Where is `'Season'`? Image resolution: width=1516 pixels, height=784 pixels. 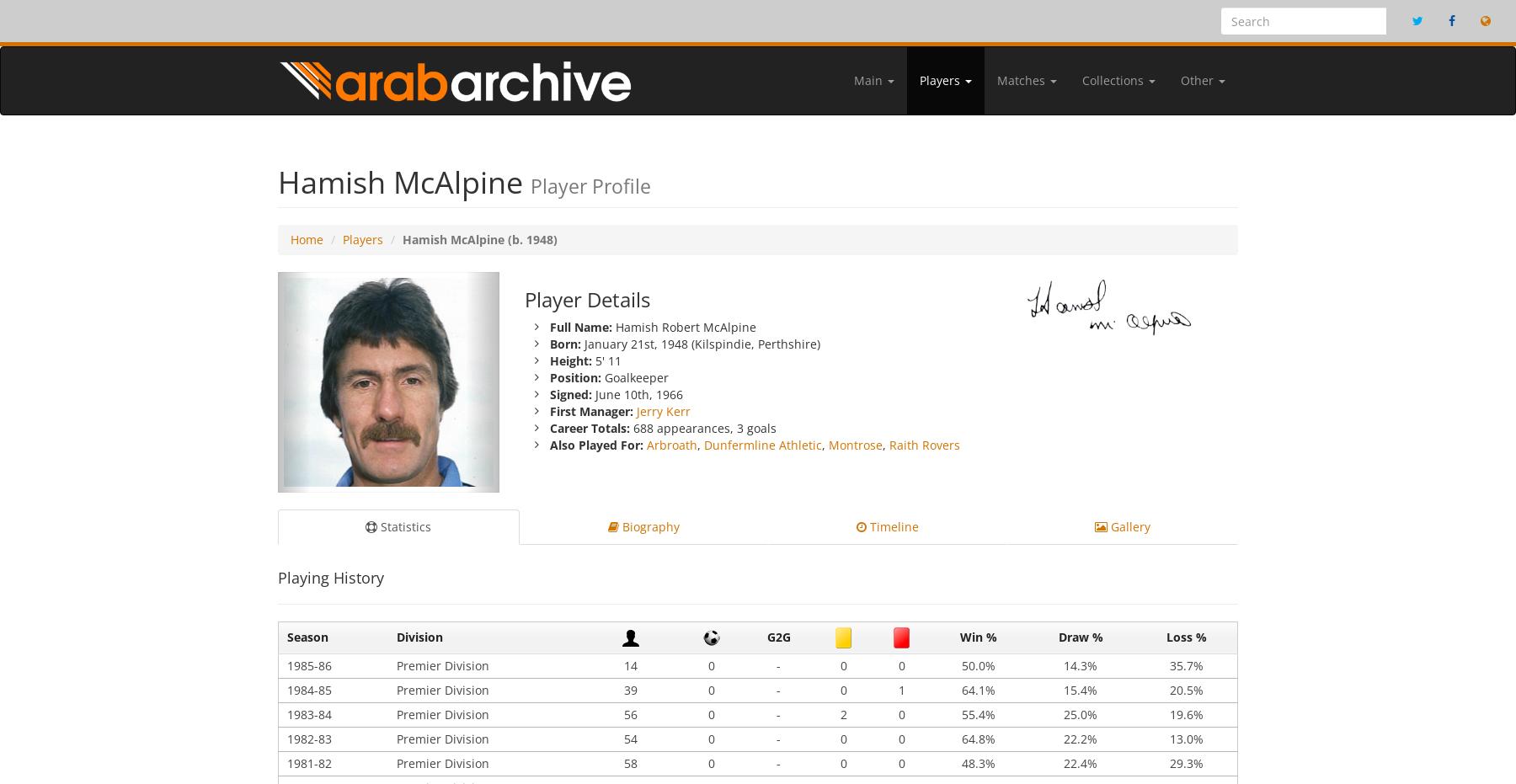 'Season' is located at coordinates (307, 637).